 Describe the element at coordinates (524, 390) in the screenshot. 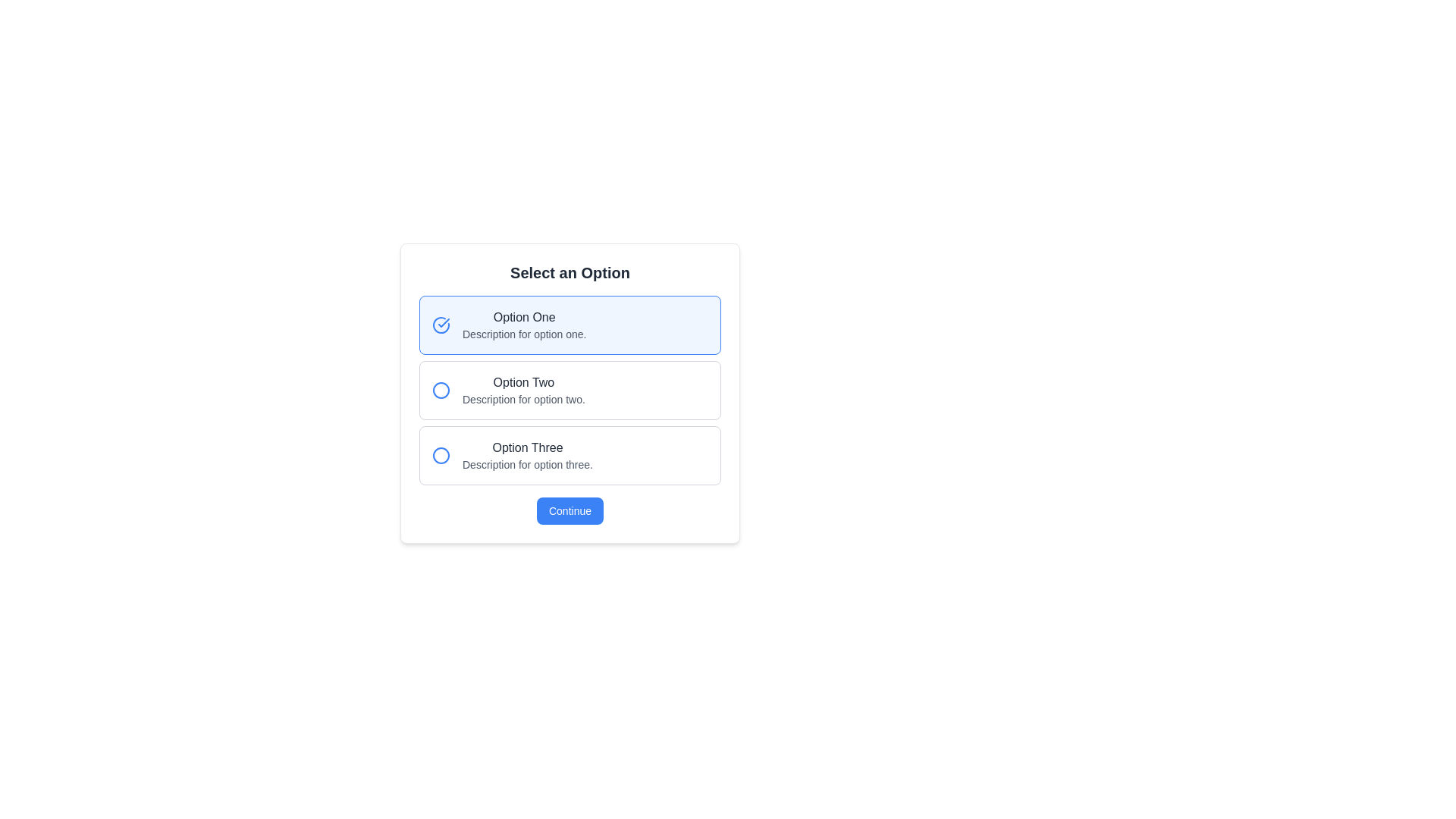

I see `to select the second option in a vertically stacked list of selectable options, positioned between 'Option One' and 'Option Three'` at that location.